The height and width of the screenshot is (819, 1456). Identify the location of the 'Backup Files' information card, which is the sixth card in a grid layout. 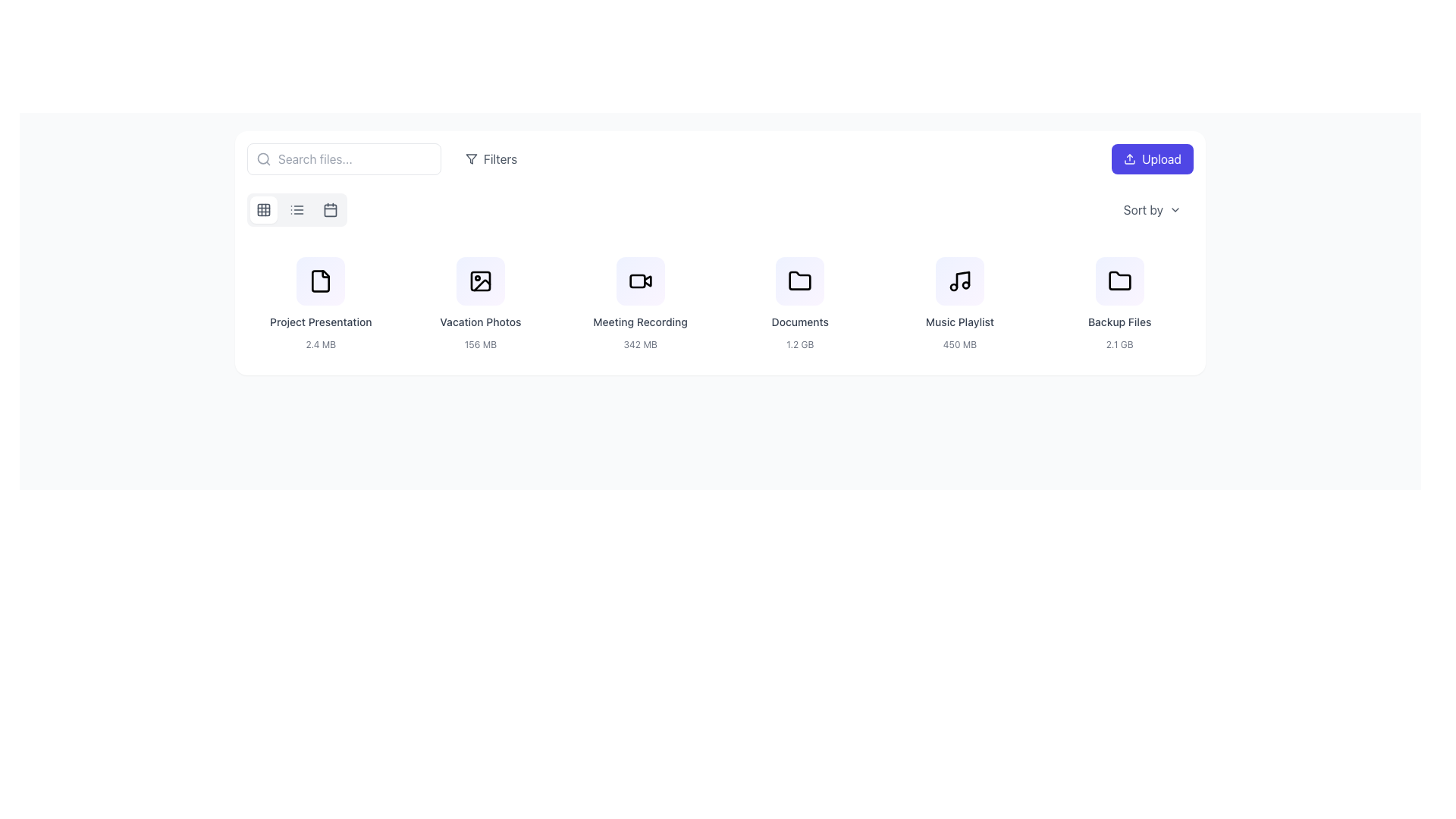
(1119, 304).